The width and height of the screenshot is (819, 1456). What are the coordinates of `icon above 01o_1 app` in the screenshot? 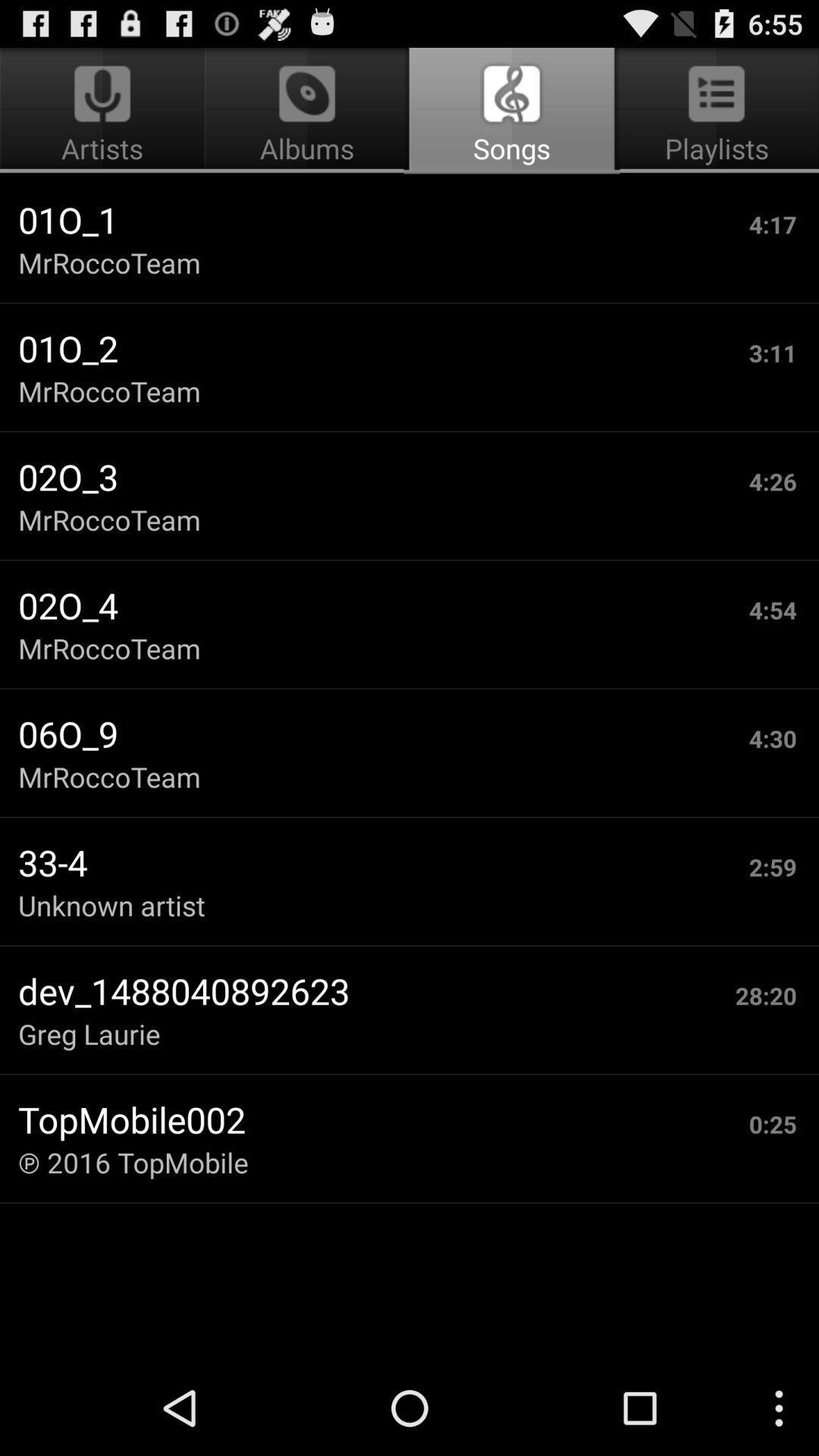 It's located at (307, 111).